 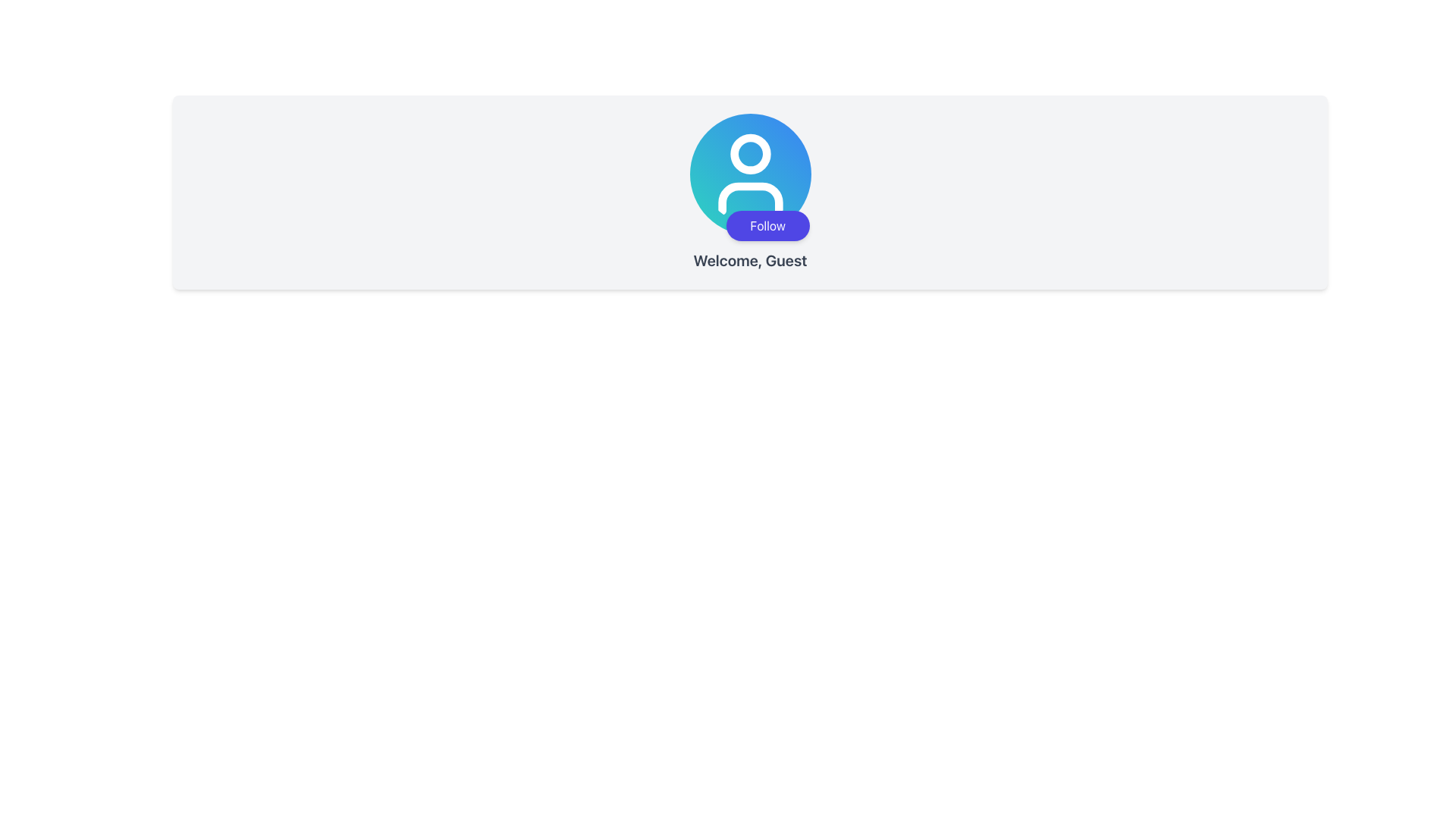 What do you see at coordinates (767, 225) in the screenshot?
I see `the 'Follow' button, which has a purple background and white text, located below the circular avatar image and near the 'Welcome, Guest' label` at bounding box center [767, 225].